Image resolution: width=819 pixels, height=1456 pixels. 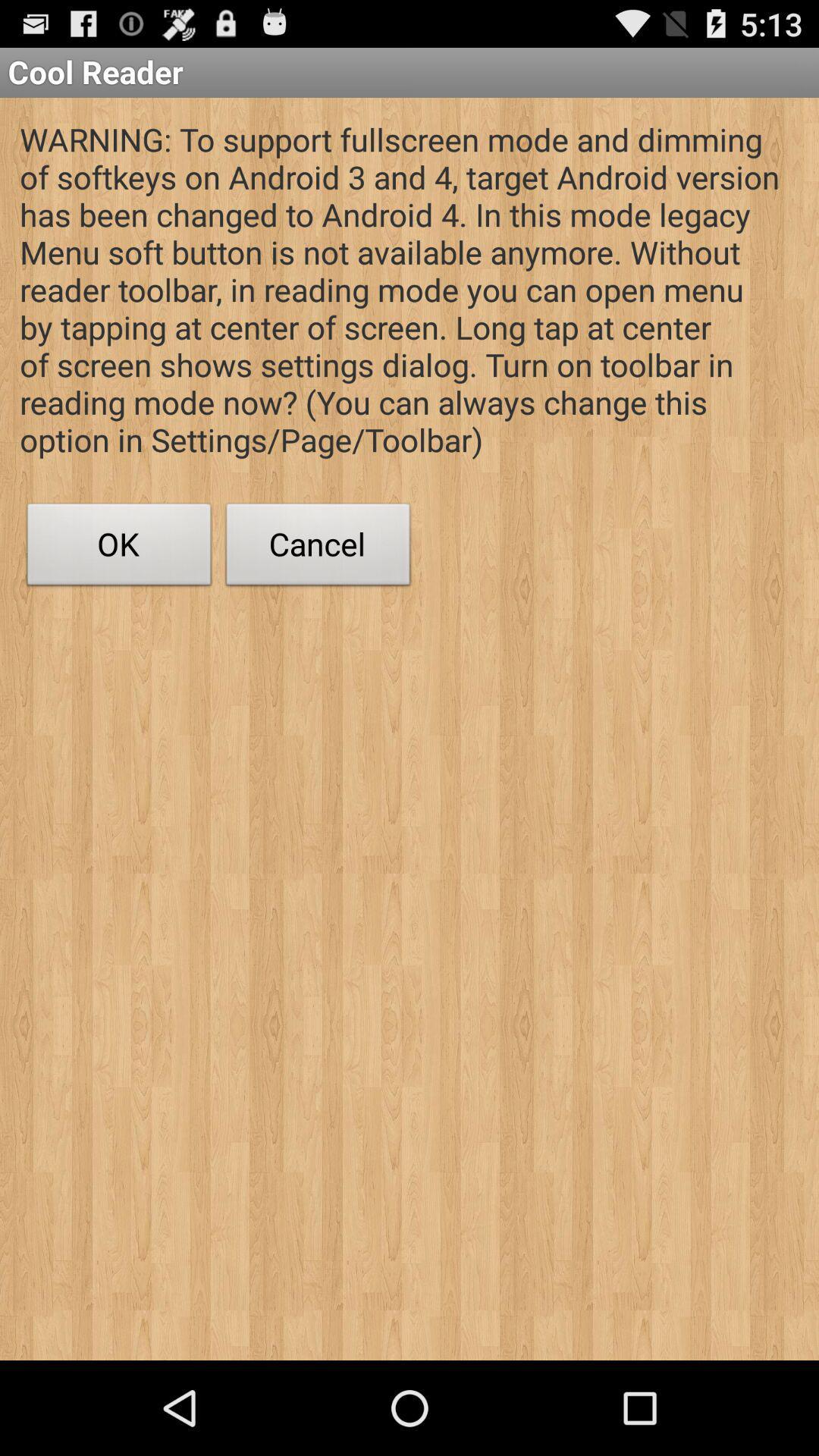 What do you see at coordinates (118, 548) in the screenshot?
I see `icon on the left` at bounding box center [118, 548].